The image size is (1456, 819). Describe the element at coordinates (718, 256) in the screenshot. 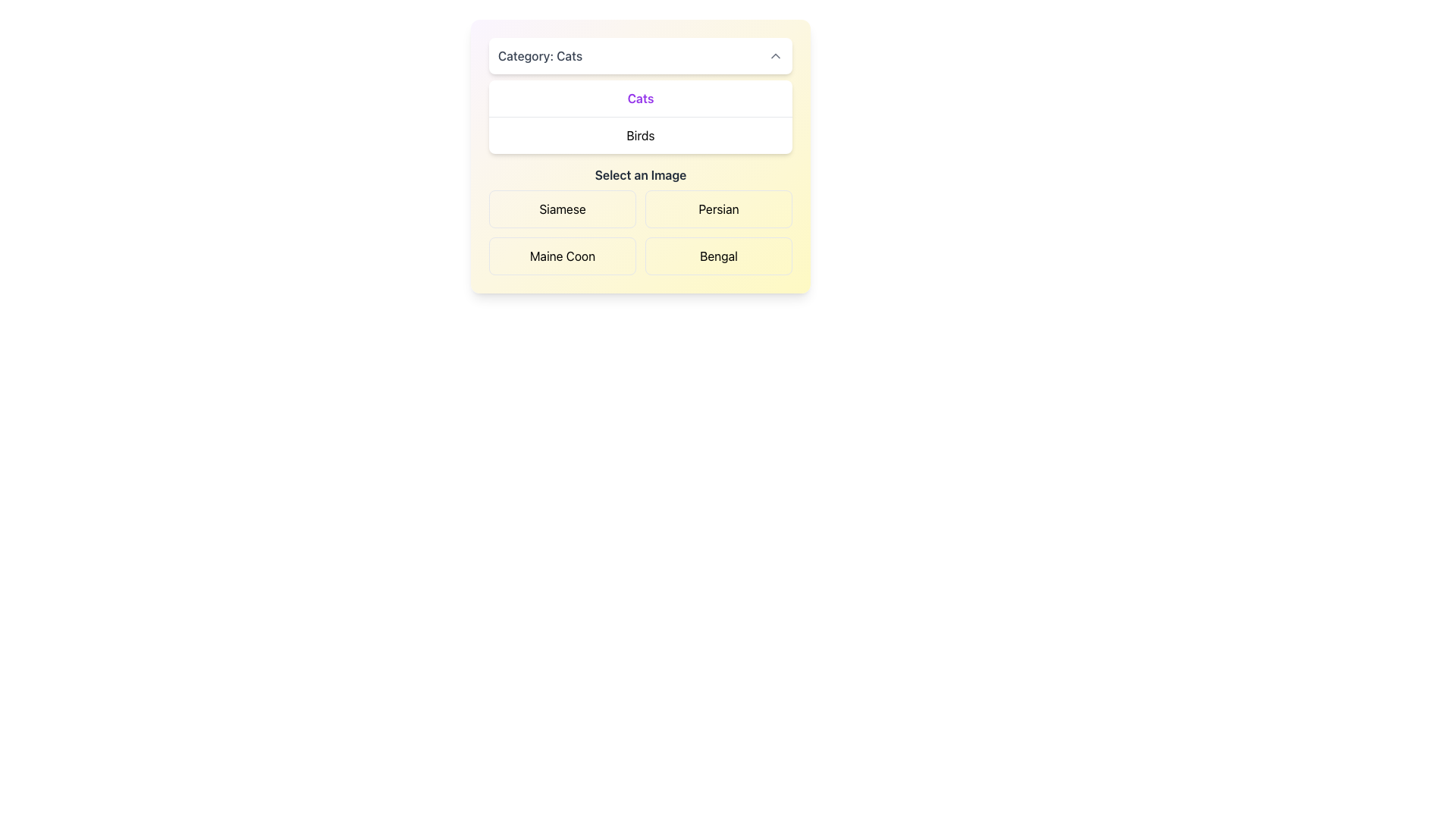

I see `the button labeled 'Bengal' with a light yellow background located in the second row and second column of the grid to trigger a visual effect` at that location.